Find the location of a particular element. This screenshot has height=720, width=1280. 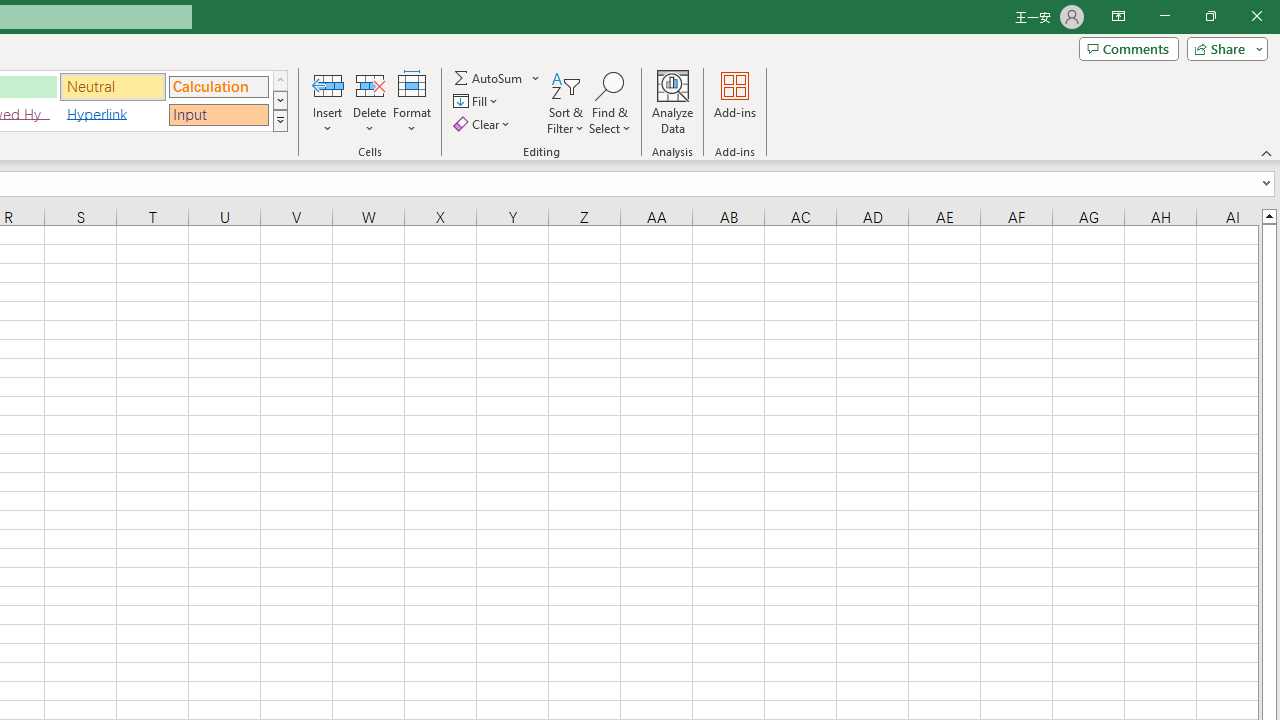

'Fill' is located at coordinates (477, 101).